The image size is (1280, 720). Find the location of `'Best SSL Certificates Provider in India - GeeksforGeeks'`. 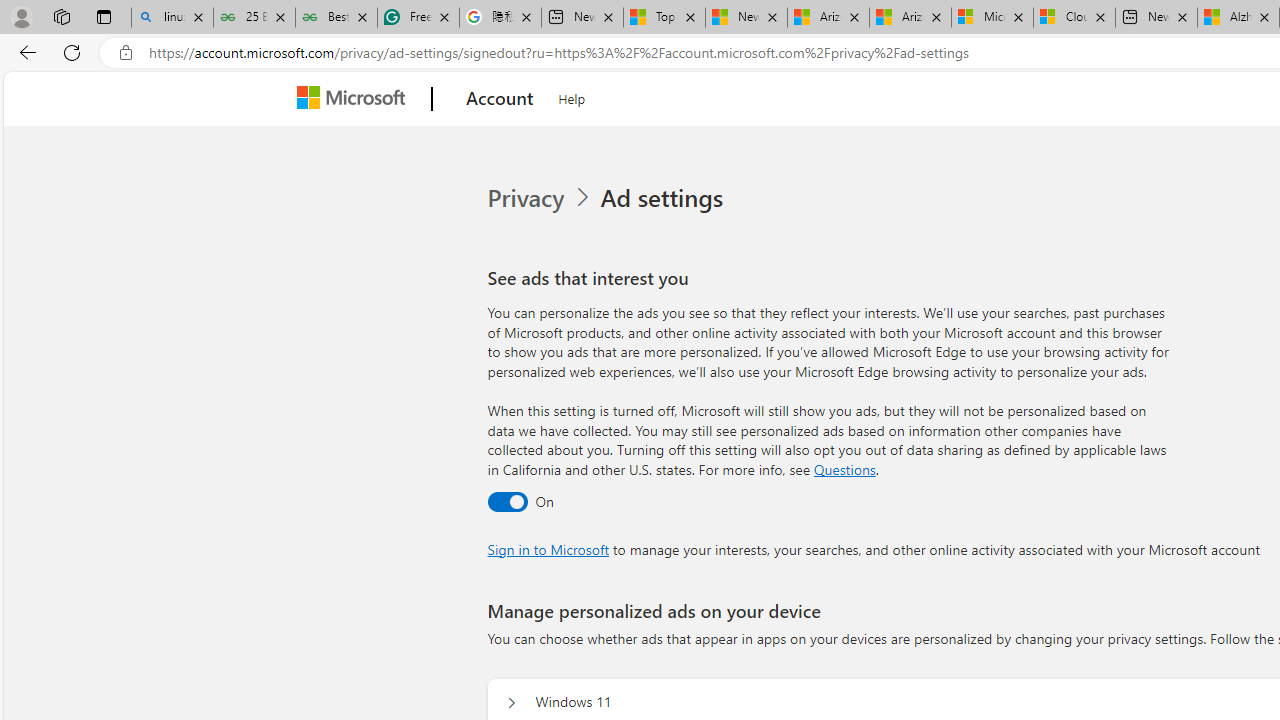

'Best SSL Certificates Provider in India - GeeksforGeeks' is located at coordinates (336, 17).